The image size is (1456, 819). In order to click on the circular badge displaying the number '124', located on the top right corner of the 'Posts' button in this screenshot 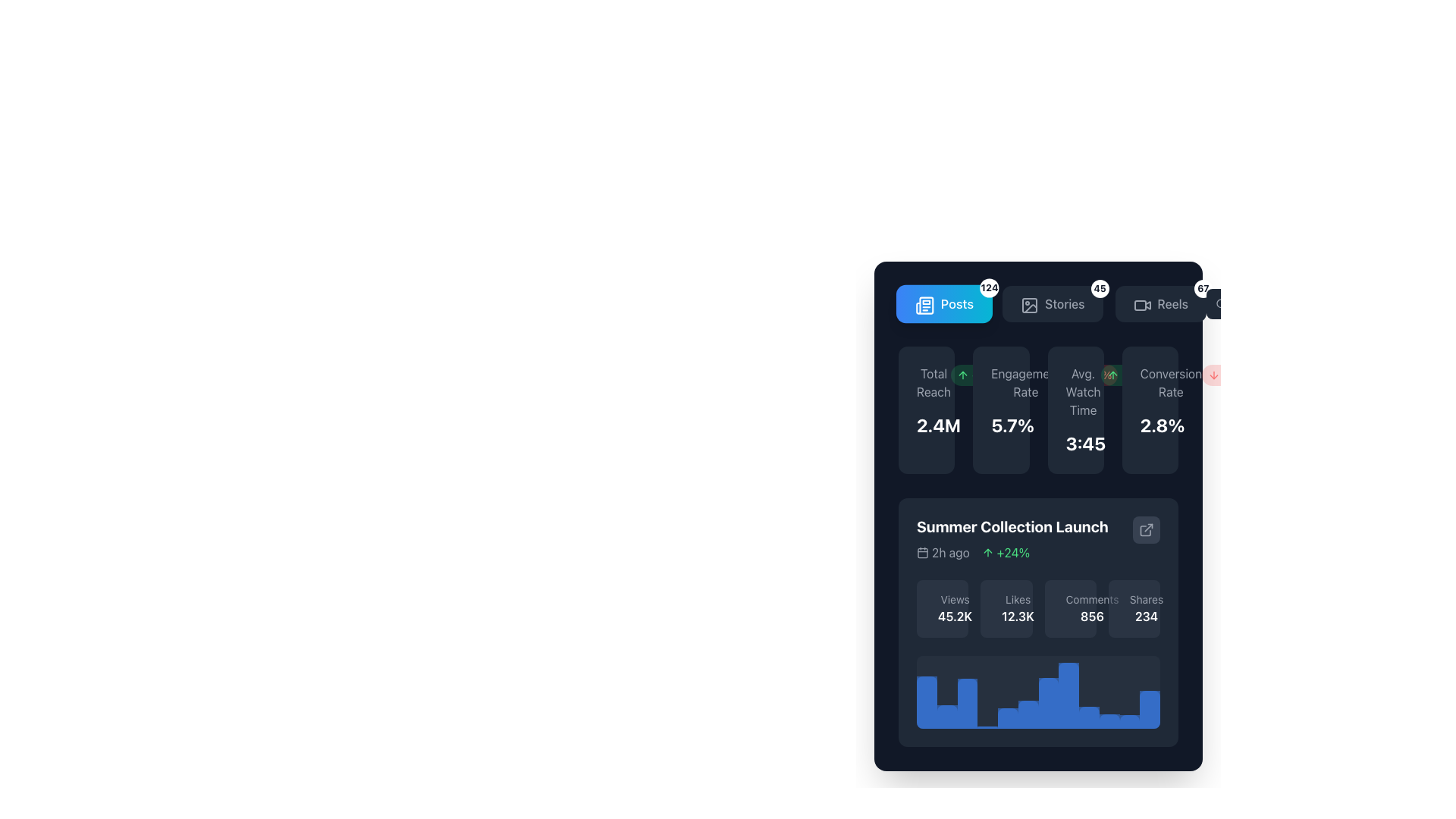, I will do `click(990, 288)`.